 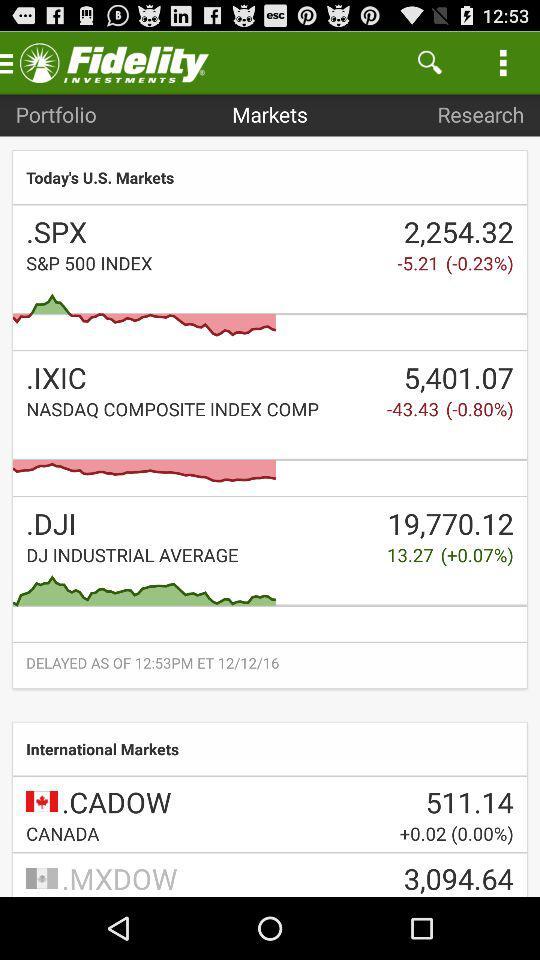 I want to click on item next to the markets icon, so click(x=56, y=114).